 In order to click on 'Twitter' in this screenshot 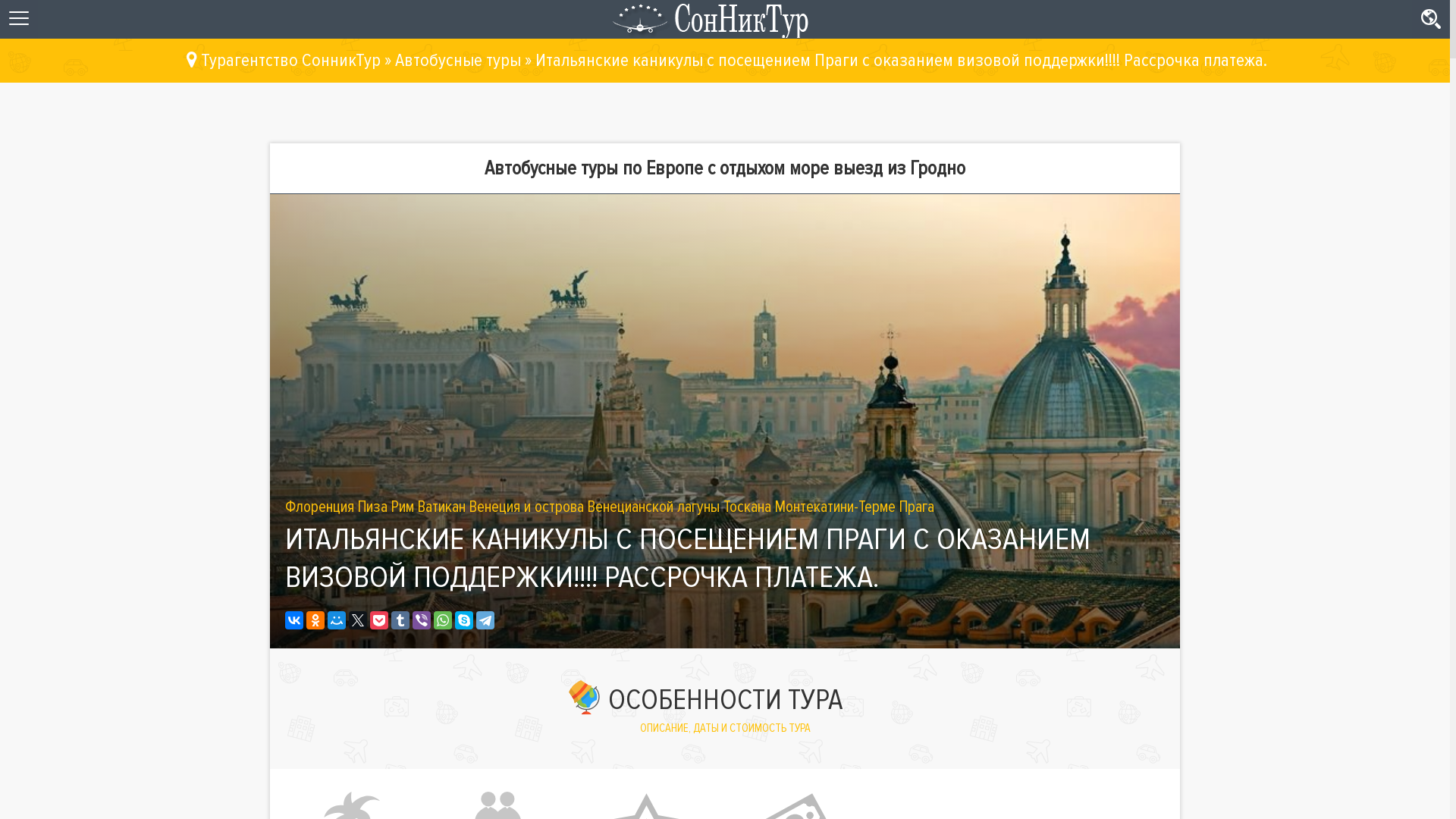, I will do `click(348, 620)`.